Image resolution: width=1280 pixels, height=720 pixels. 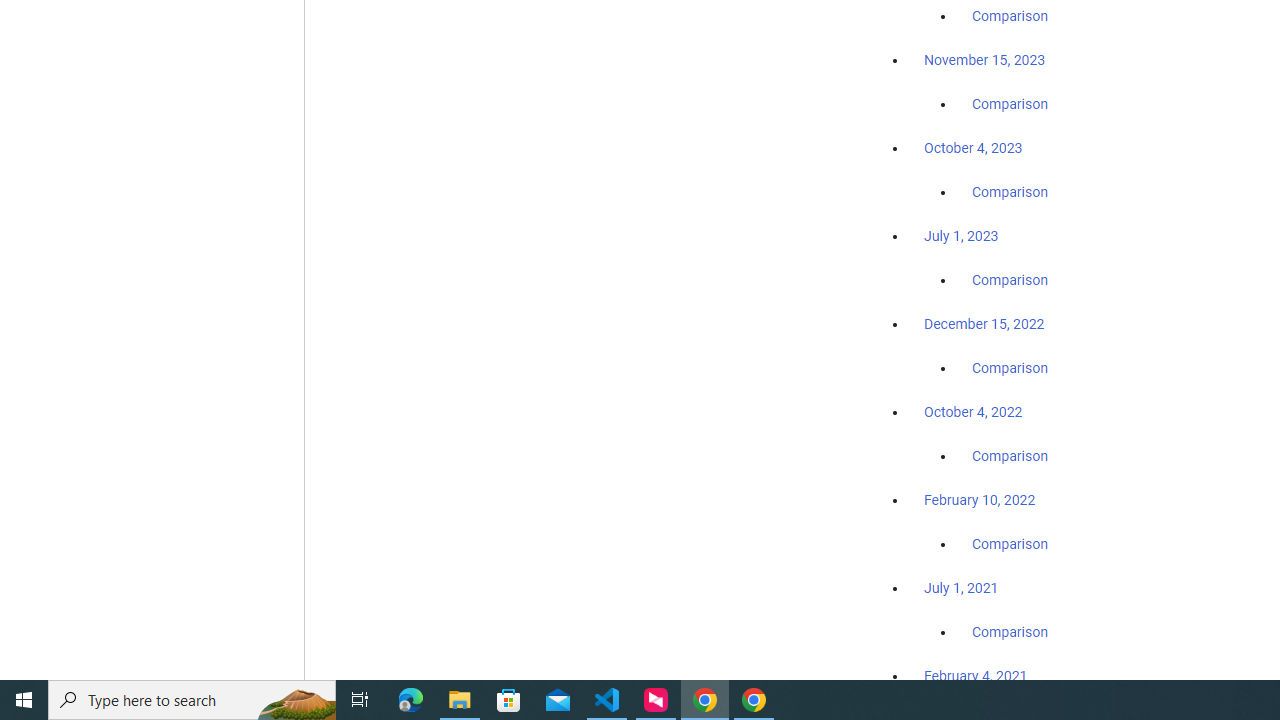 I want to click on 'February 4, 2021', so click(x=976, y=675).